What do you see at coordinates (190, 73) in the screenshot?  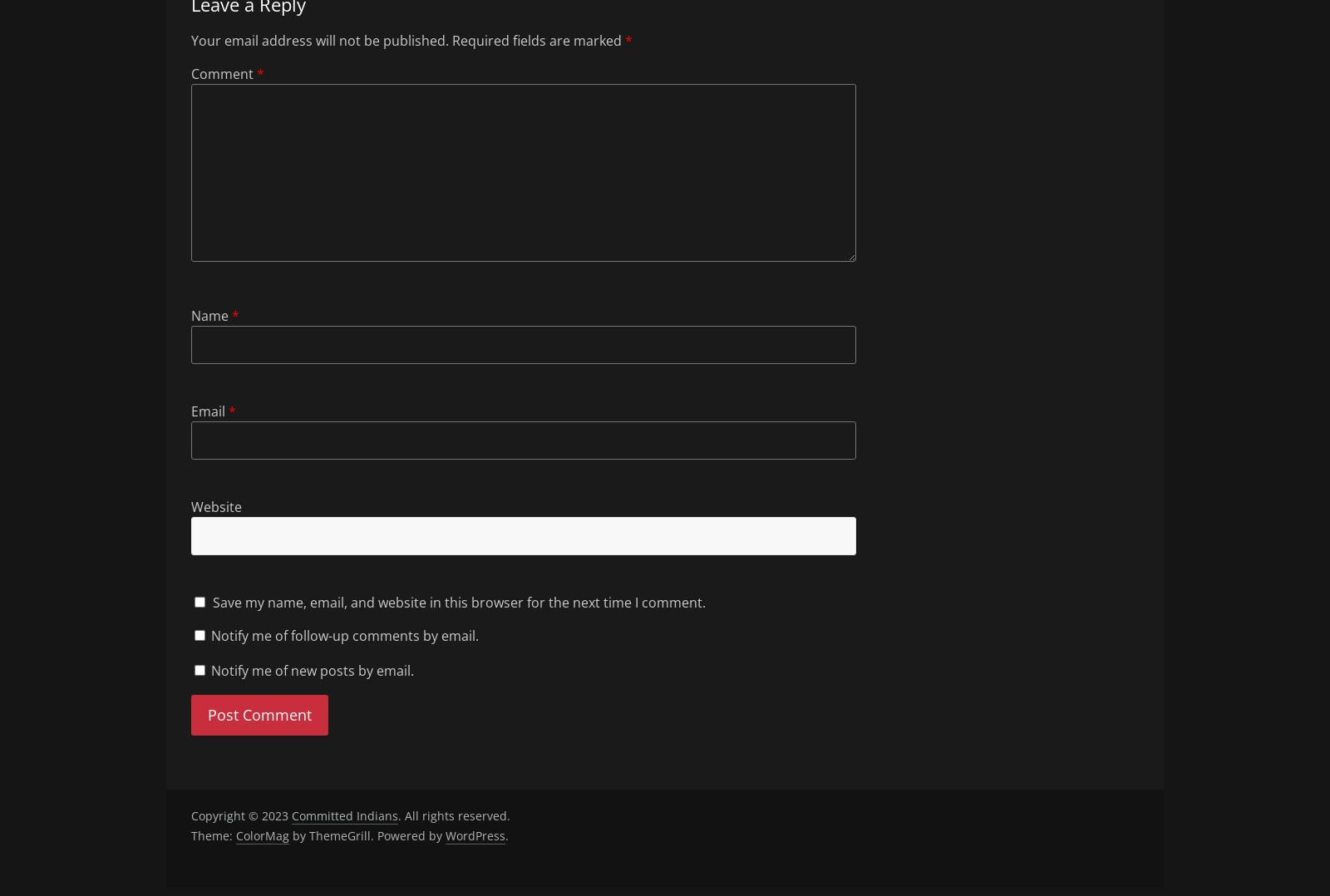 I see `'Comment'` at bounding box center [190, 73].